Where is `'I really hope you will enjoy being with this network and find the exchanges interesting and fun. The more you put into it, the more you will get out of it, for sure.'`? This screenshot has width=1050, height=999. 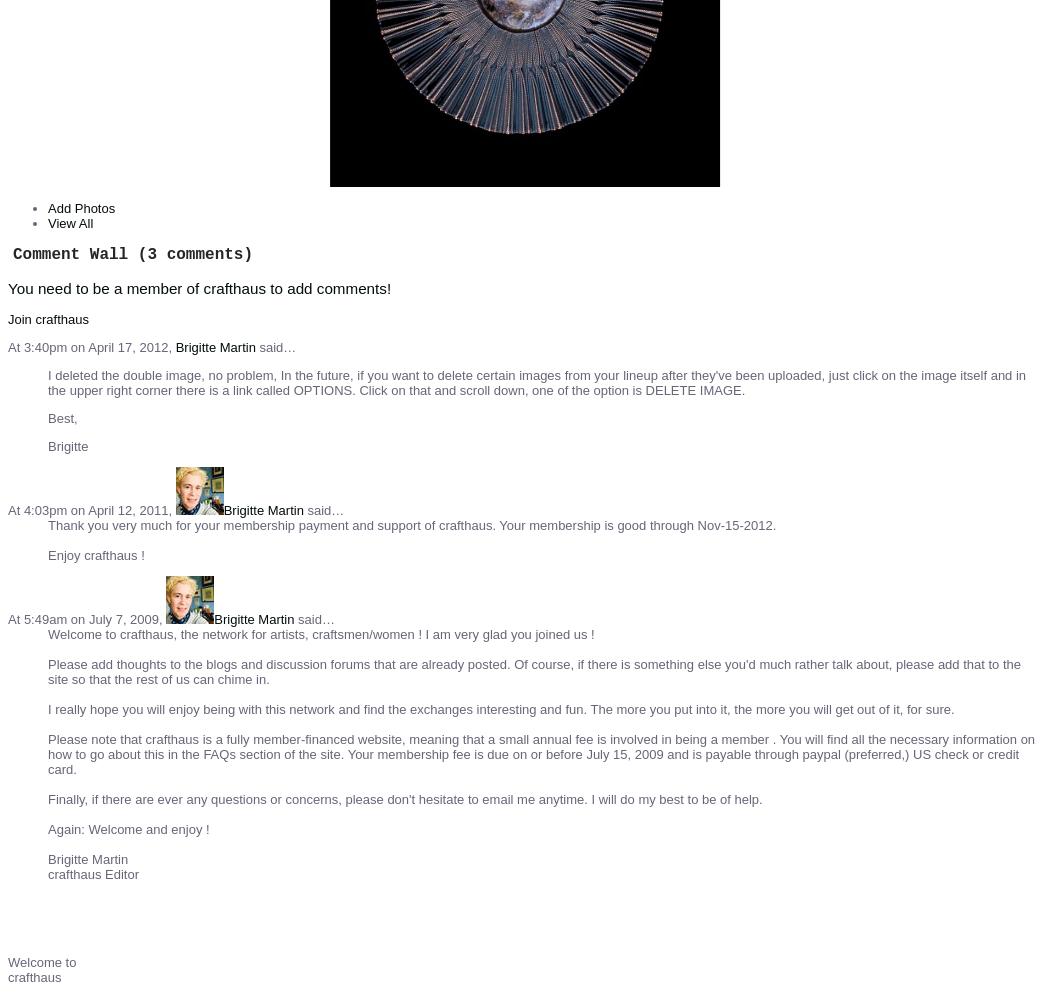 'I really hope you will enjoy being with this network and find the exchanges interesting and fun. The more you put into it, the more you will get out of it, for sure.' is located at coordinates (499, 708).